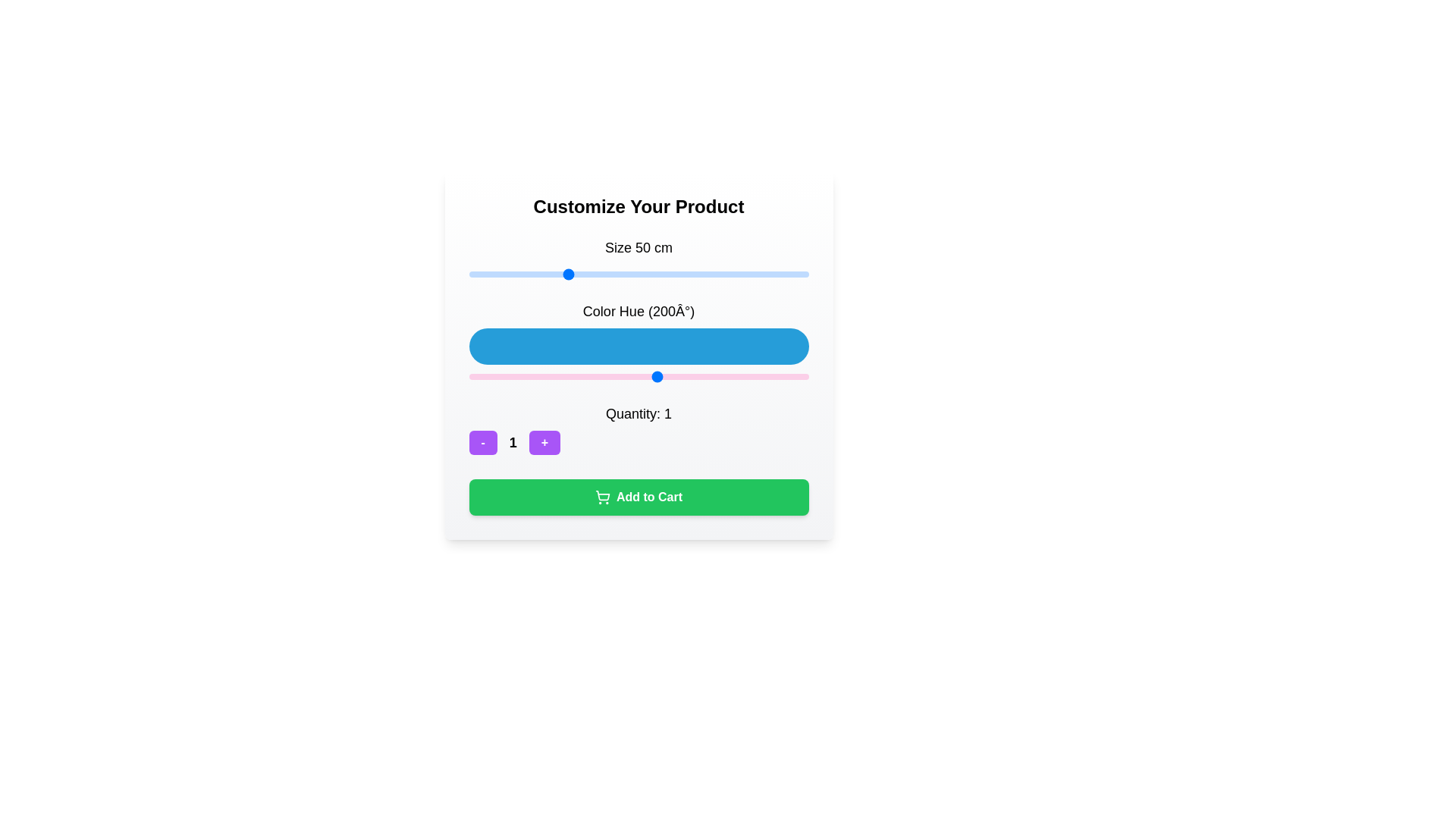 This screenshot has width=1456, height=819. What do you see at coordinates (639, 353) in the screenshot?
I see `the interactive slider component labeled '(200°)'` at bounding box center [639, 353].